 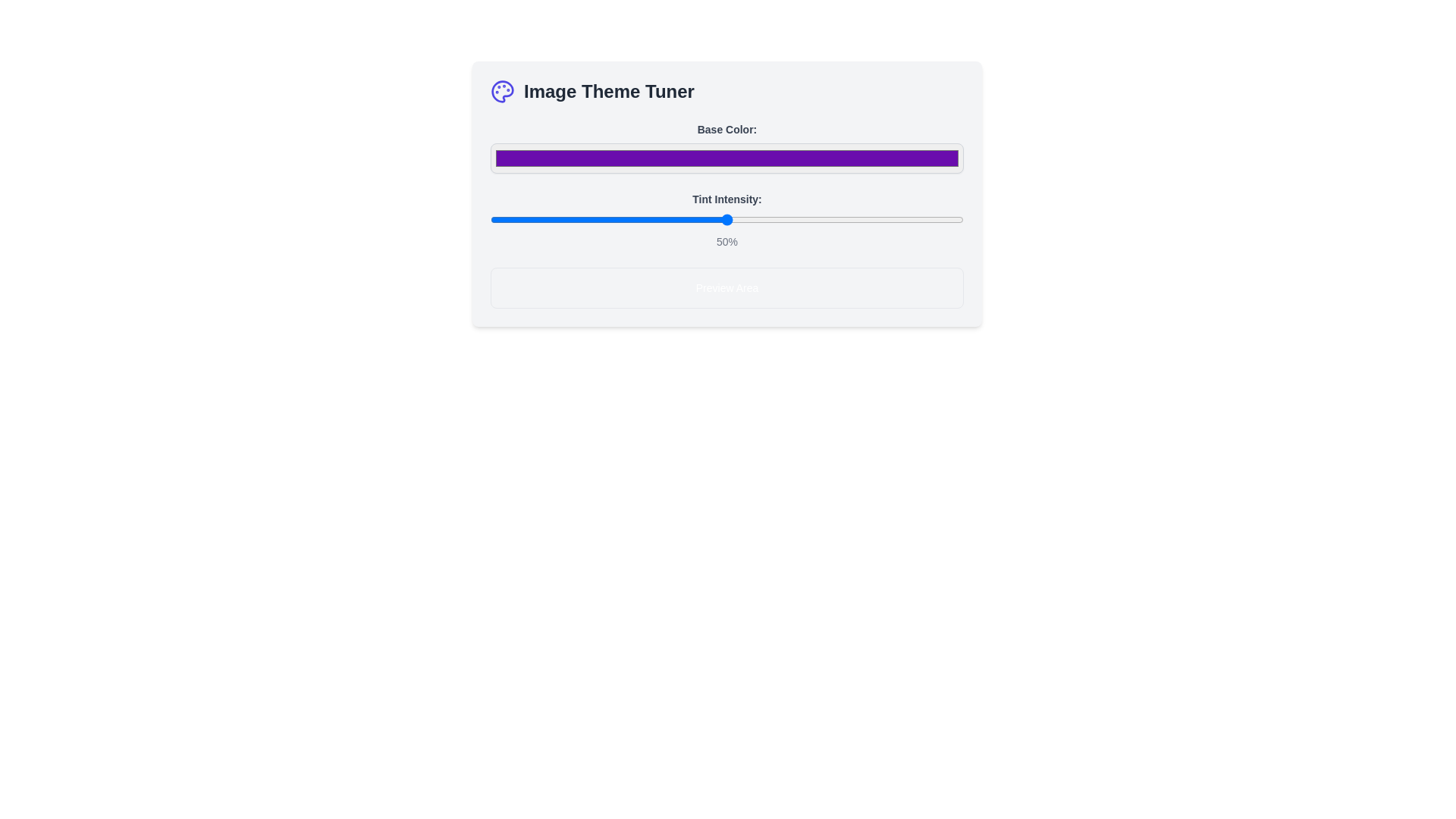 What do you see at coordinates (575, 219) in the screenshot?
I see `the Tint Intensity` at bounding box center [575, 219].